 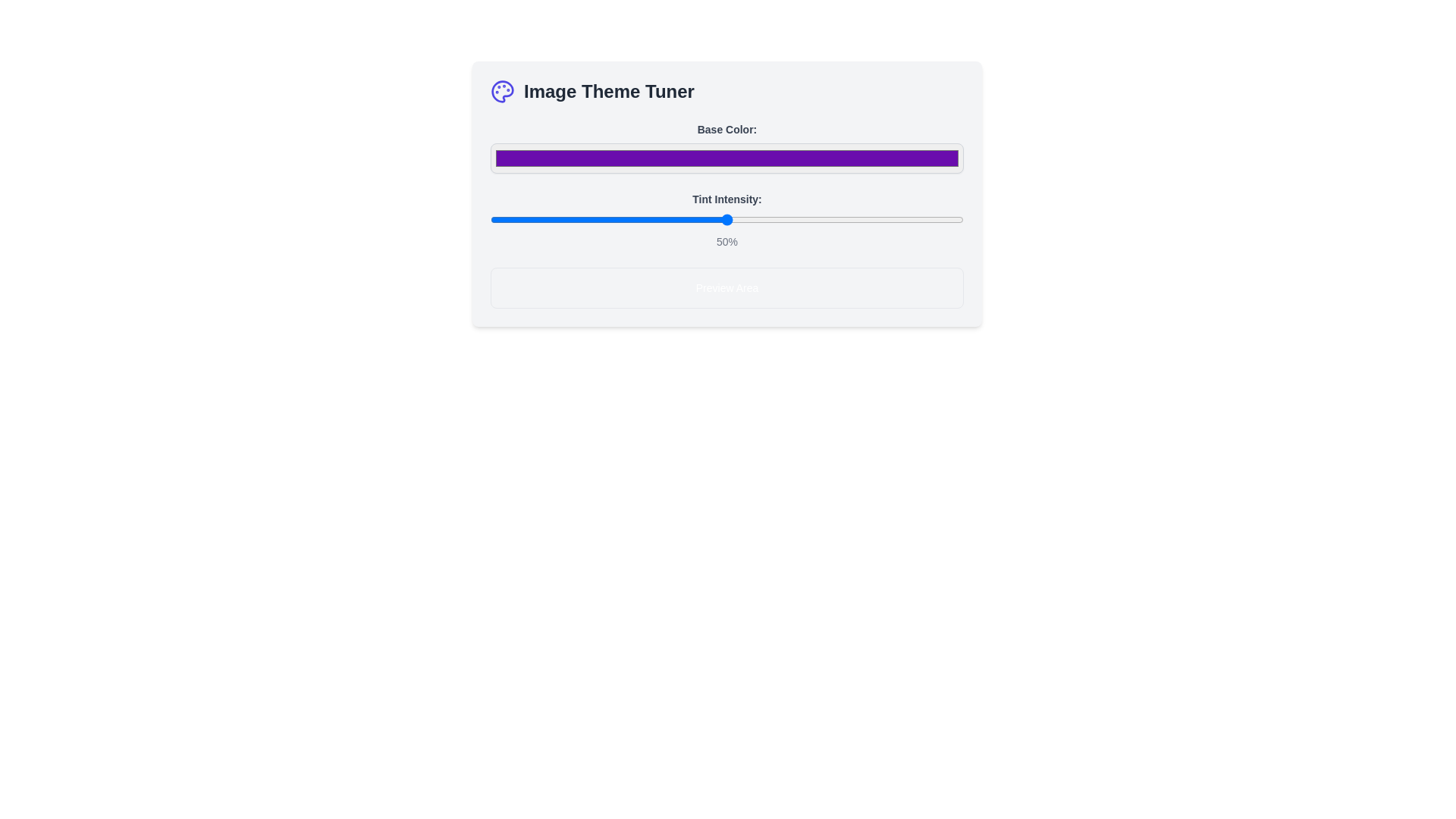 What do you see at coordinates (575, 219) in the screenshot?
I see `the Tint Intensity` at bounding box center [575, 219].